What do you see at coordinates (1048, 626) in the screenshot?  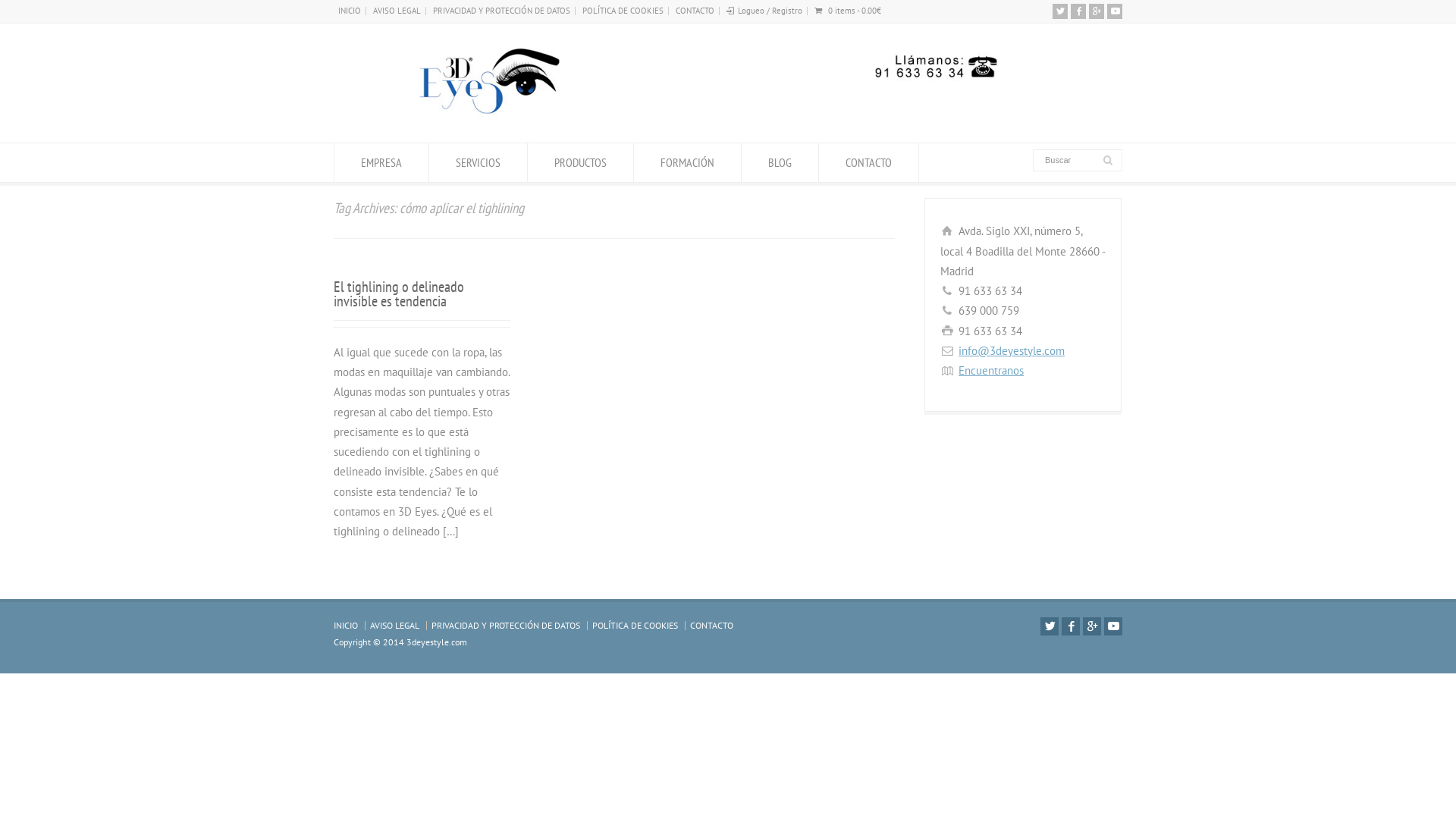 I see `'Twitter'` at bounding box center [1048, 626].